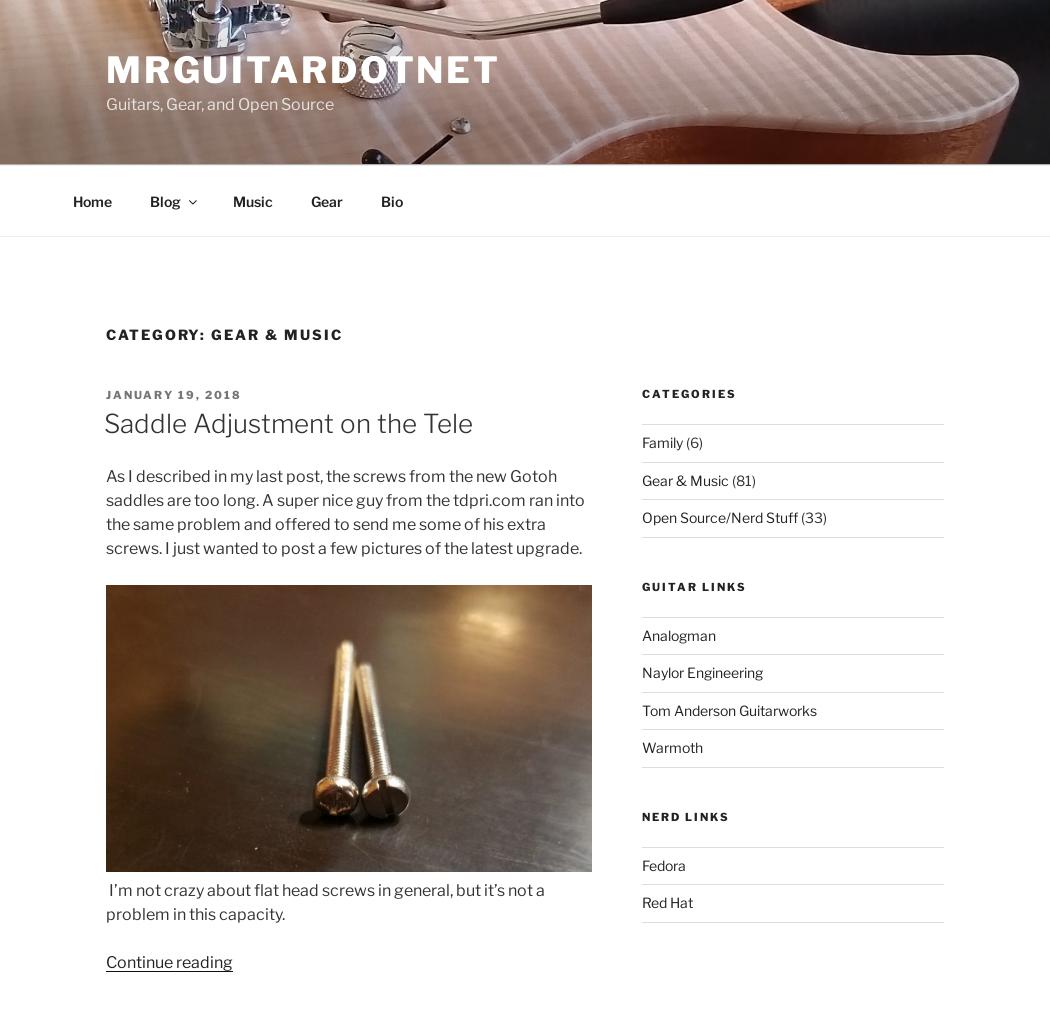  I want to click on 'Naylor Engineering', so click(702, 671).